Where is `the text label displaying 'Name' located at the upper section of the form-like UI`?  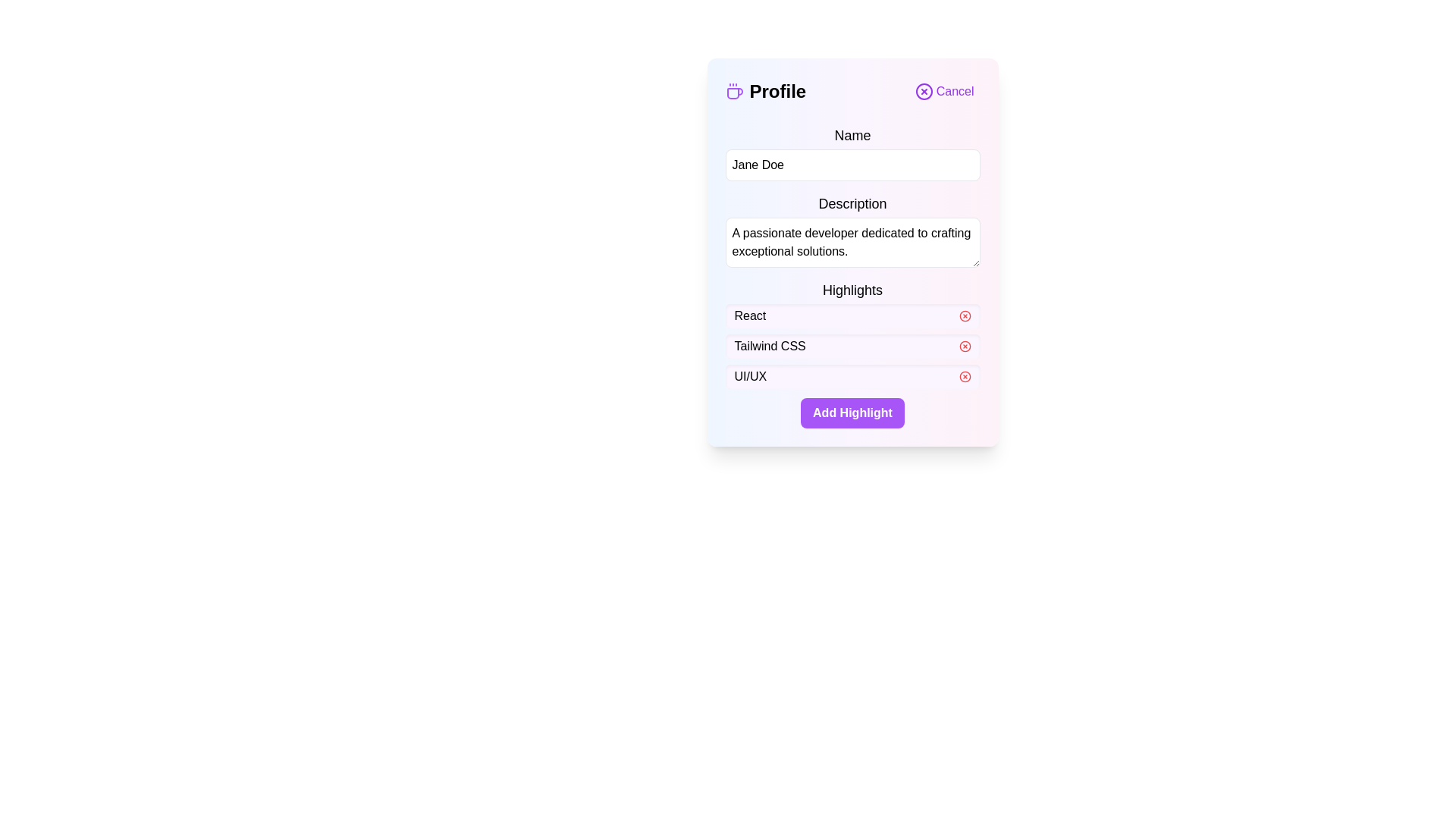
the text label displaying 'Name' located at the upper section of the form-like UI is located at coordinates (852, 134).